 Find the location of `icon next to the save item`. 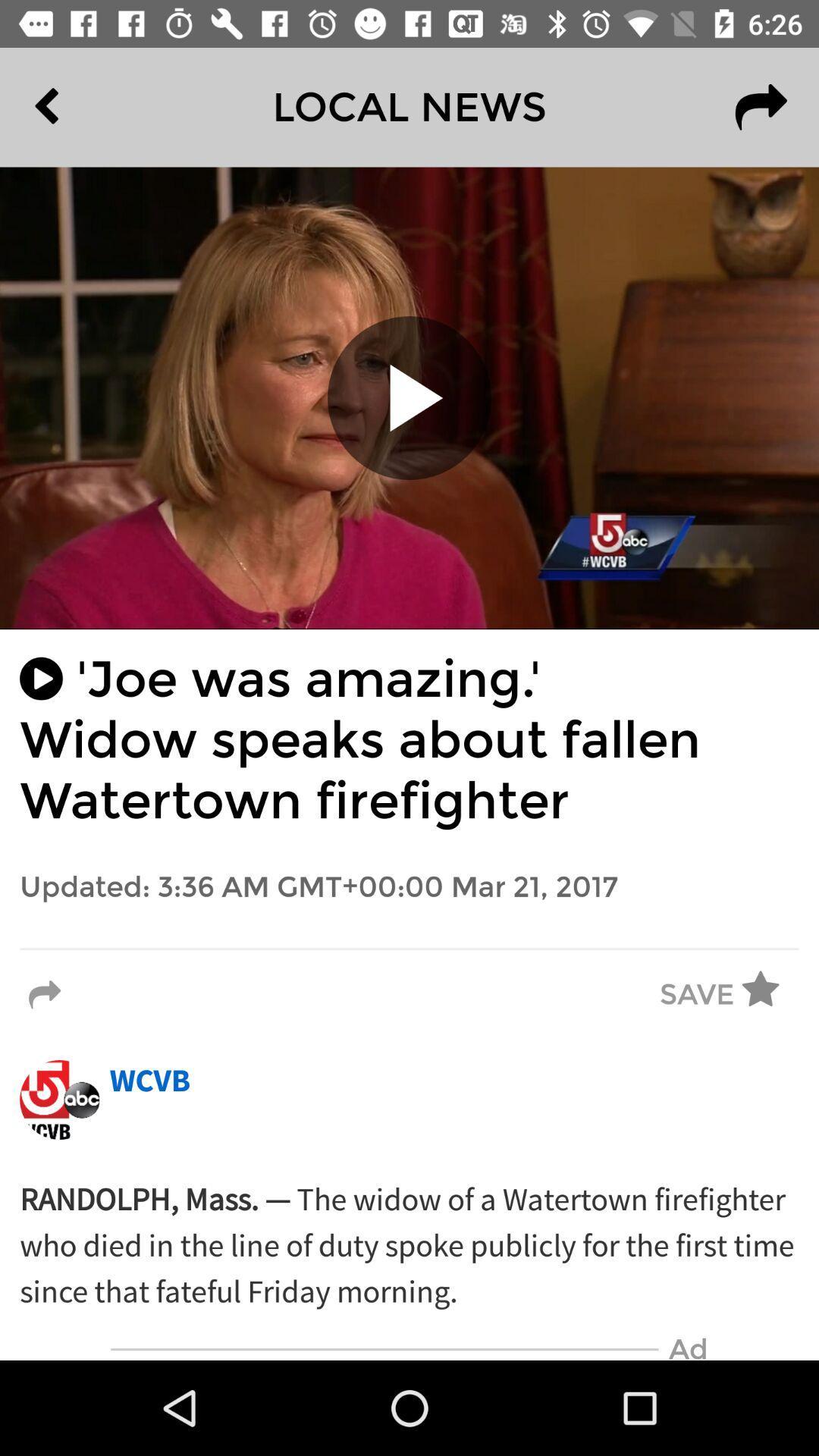

icon next to the save item is located at coordinates (770, 995).